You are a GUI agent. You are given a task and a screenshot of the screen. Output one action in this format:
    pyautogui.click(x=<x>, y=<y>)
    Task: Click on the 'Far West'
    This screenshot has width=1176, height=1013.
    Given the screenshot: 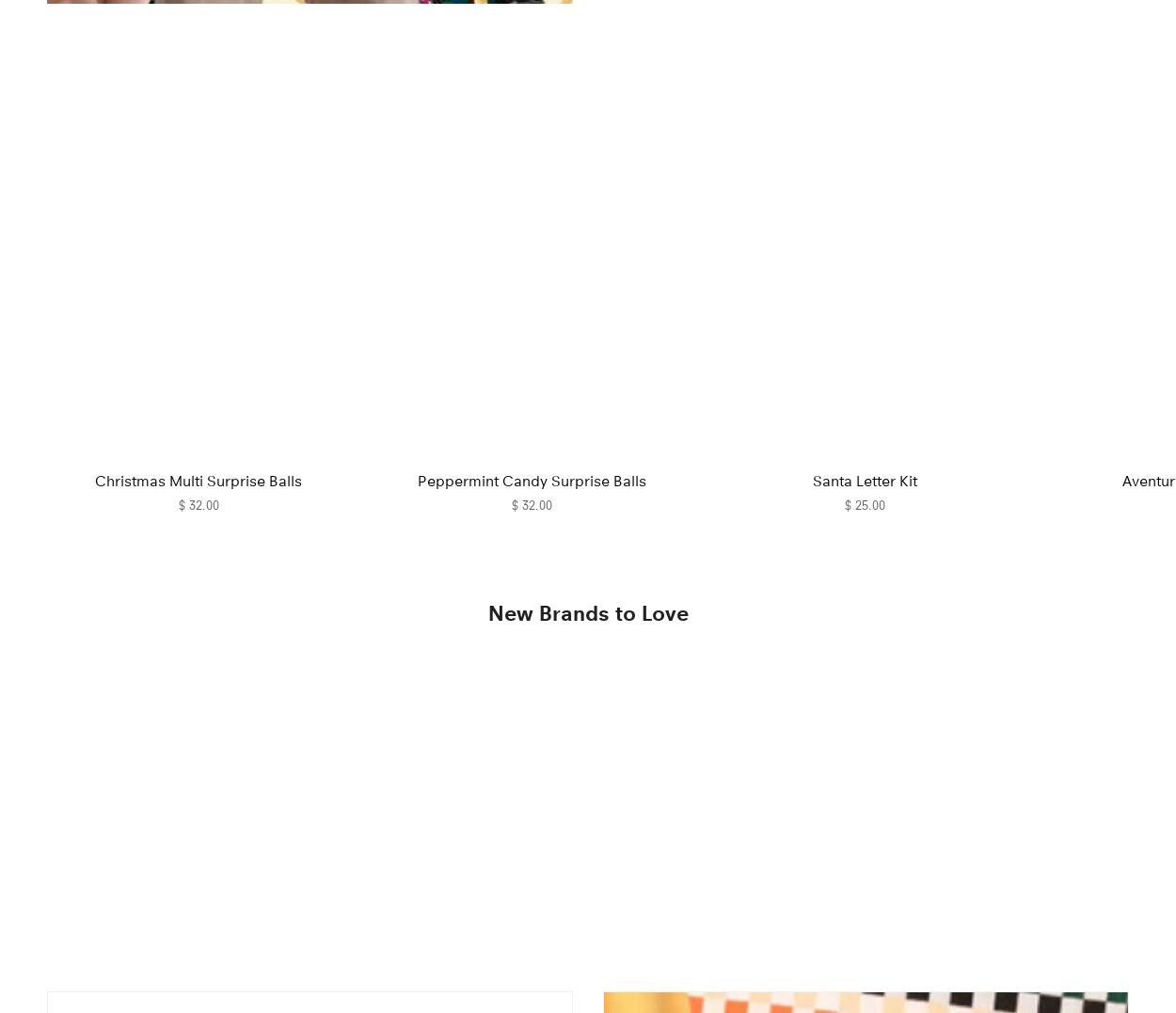 What is the action you would take?
    pyautogui.click(x=447, y=932)
    